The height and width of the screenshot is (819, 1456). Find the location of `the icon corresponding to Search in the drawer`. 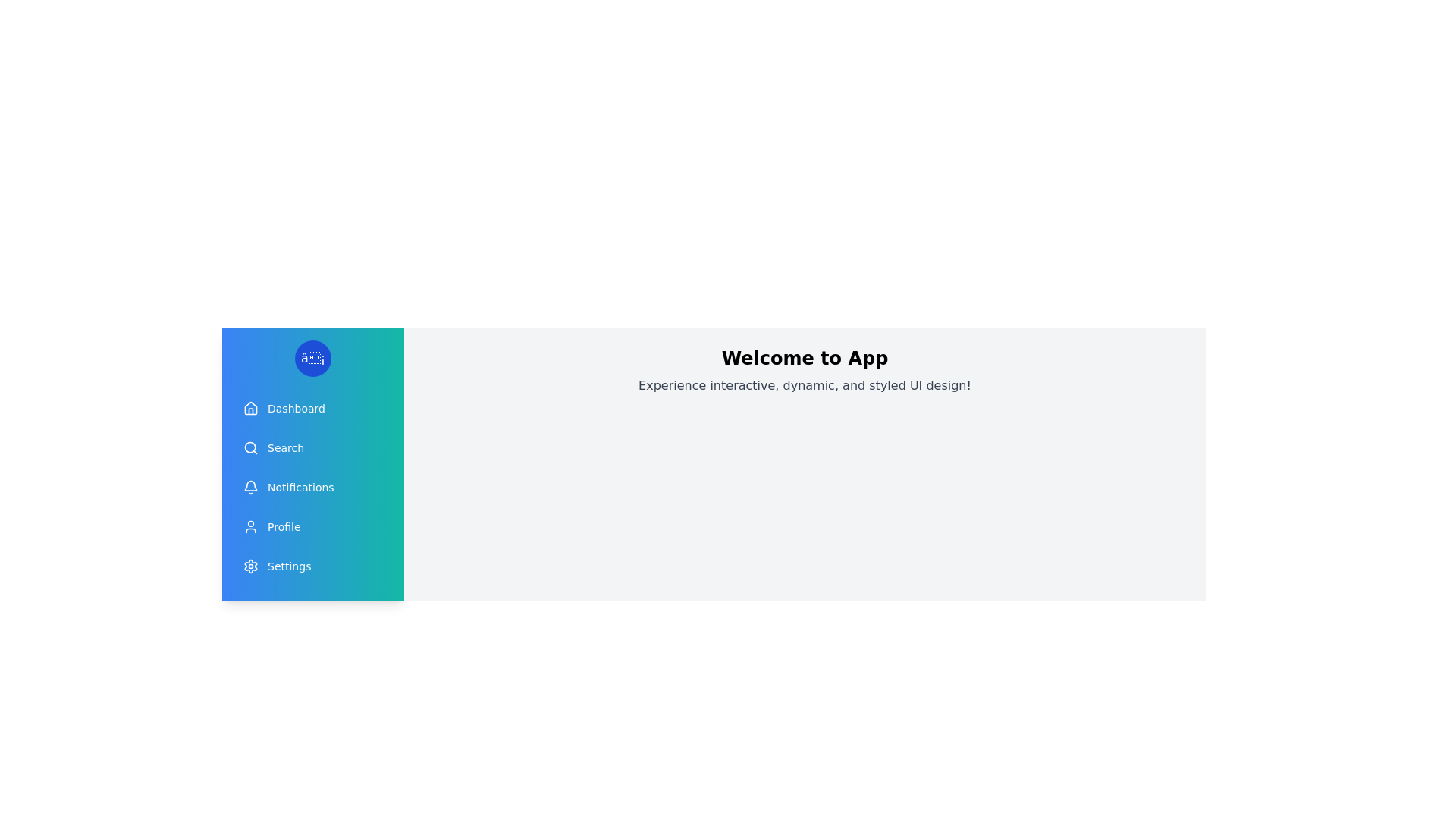

the icon corresponding to Search in the drawer is located at coordinates (251, 447).